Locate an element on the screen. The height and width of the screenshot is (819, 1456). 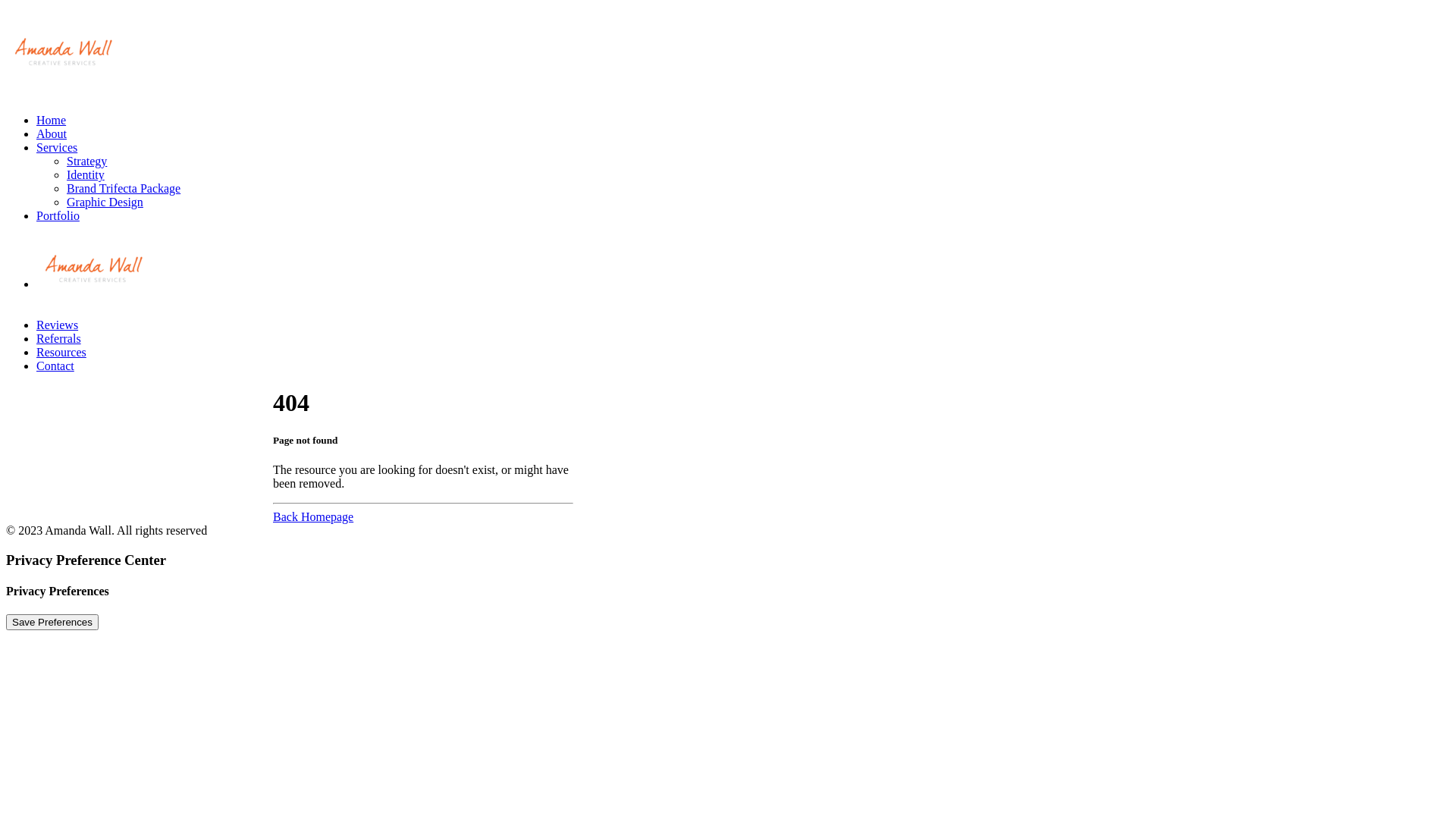
'Referrals' is located at coordinates (58, 337).